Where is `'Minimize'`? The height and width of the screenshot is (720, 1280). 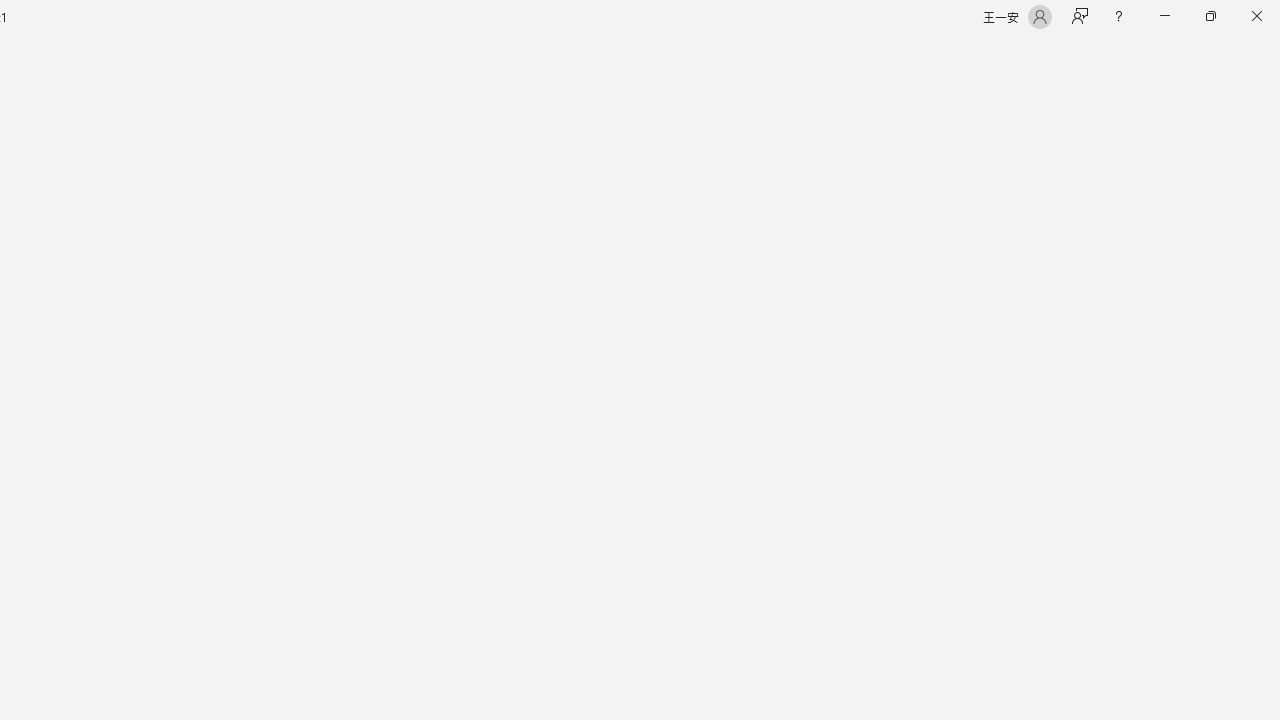 'Minimize' is located at coordinates (1164, 16).